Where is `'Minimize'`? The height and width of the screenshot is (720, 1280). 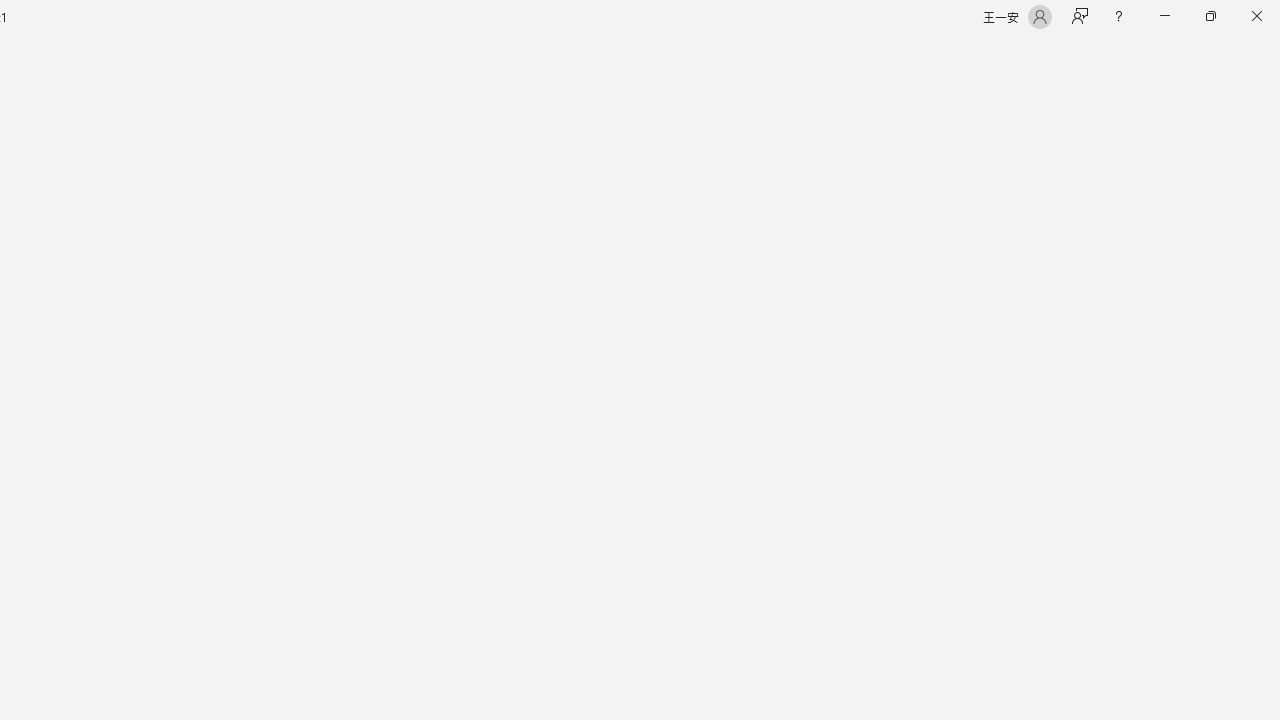 'Minimize' is located at coordinates (1164, 16).